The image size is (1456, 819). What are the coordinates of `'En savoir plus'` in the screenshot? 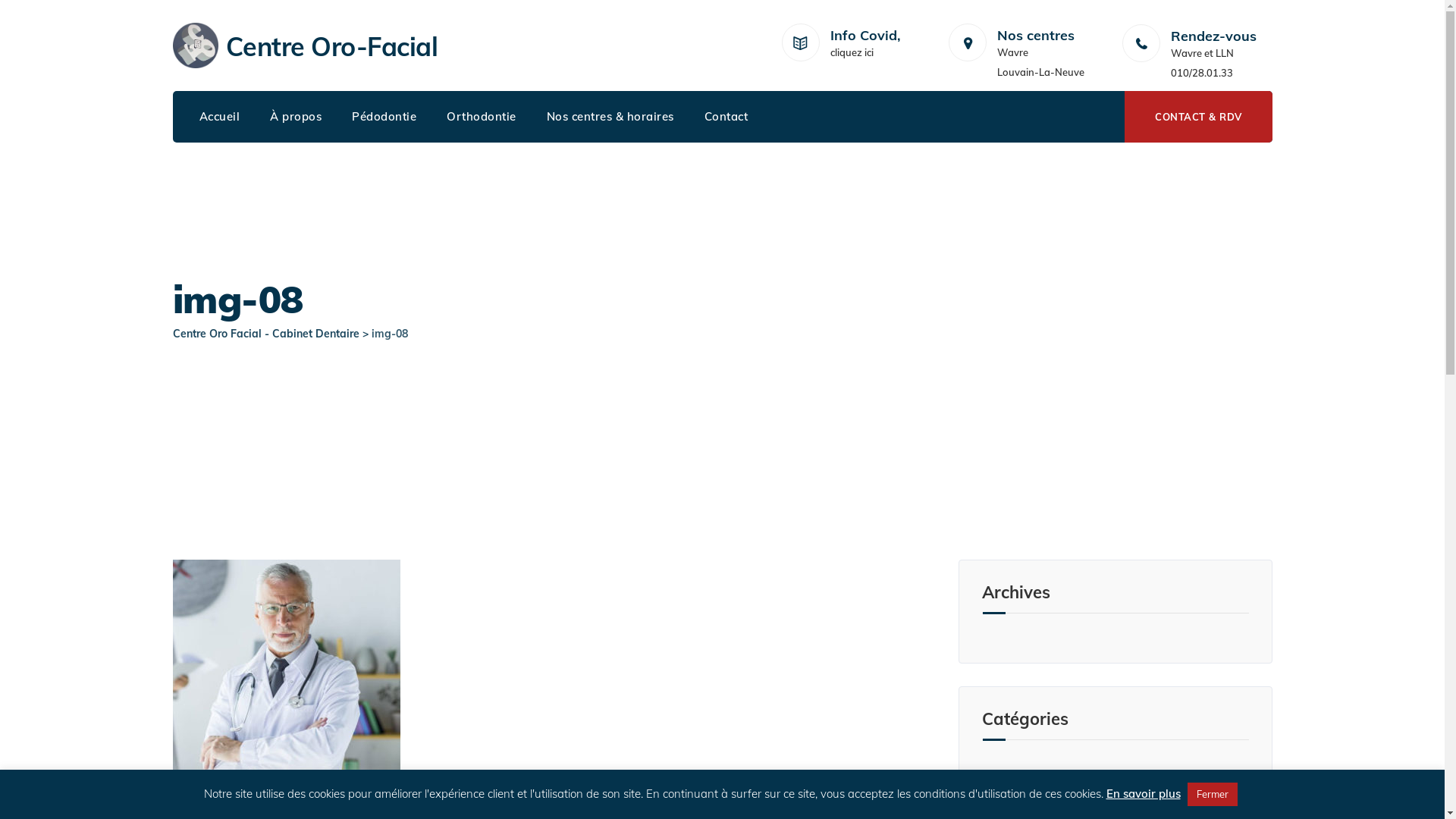 It's located at (1143, 792).